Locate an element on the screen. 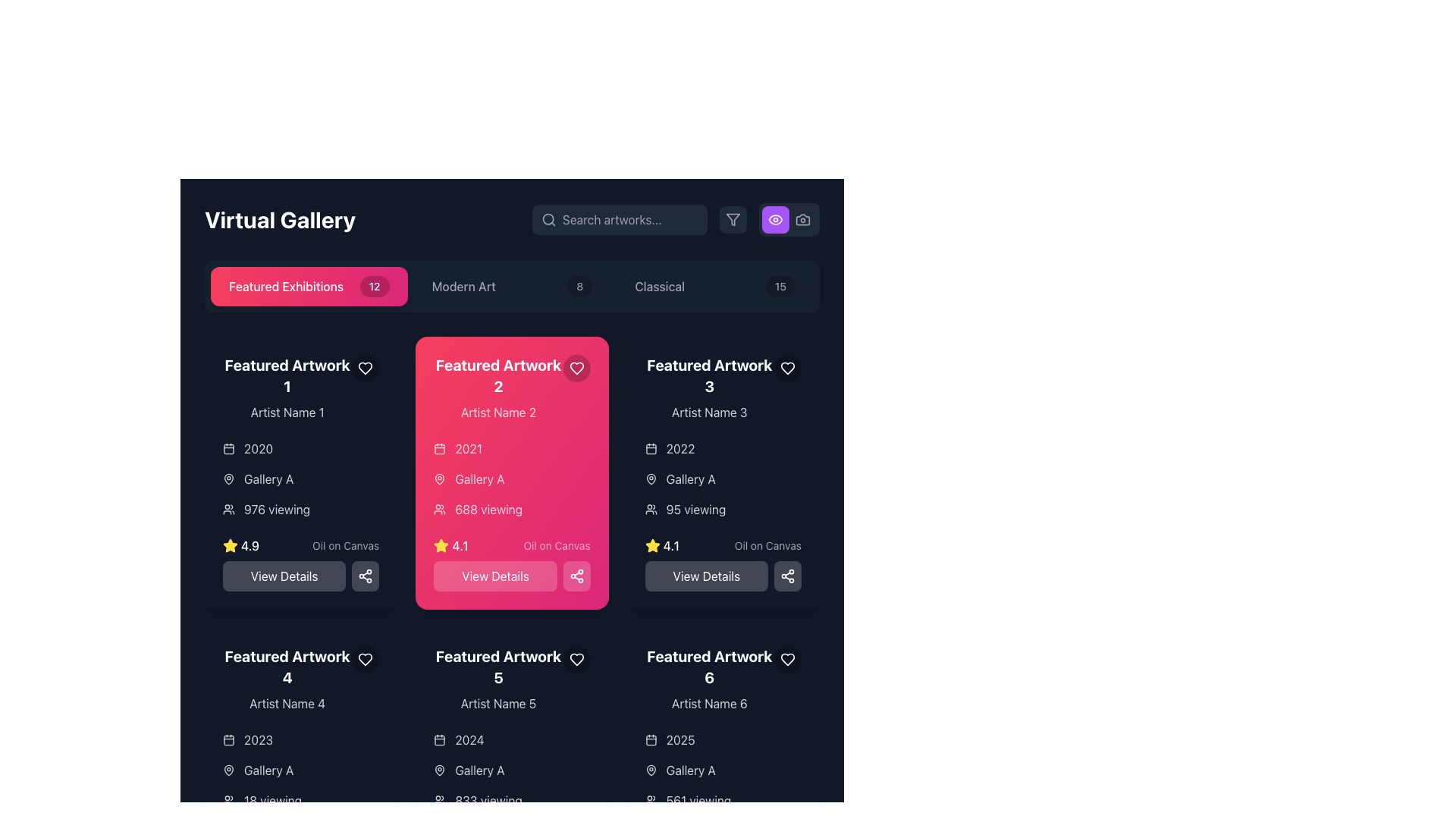  the share button with a dark background and rounded corners located at the bottom right of the card labeled 'Featured Artwork 2' is located at coordinates (366, 576).